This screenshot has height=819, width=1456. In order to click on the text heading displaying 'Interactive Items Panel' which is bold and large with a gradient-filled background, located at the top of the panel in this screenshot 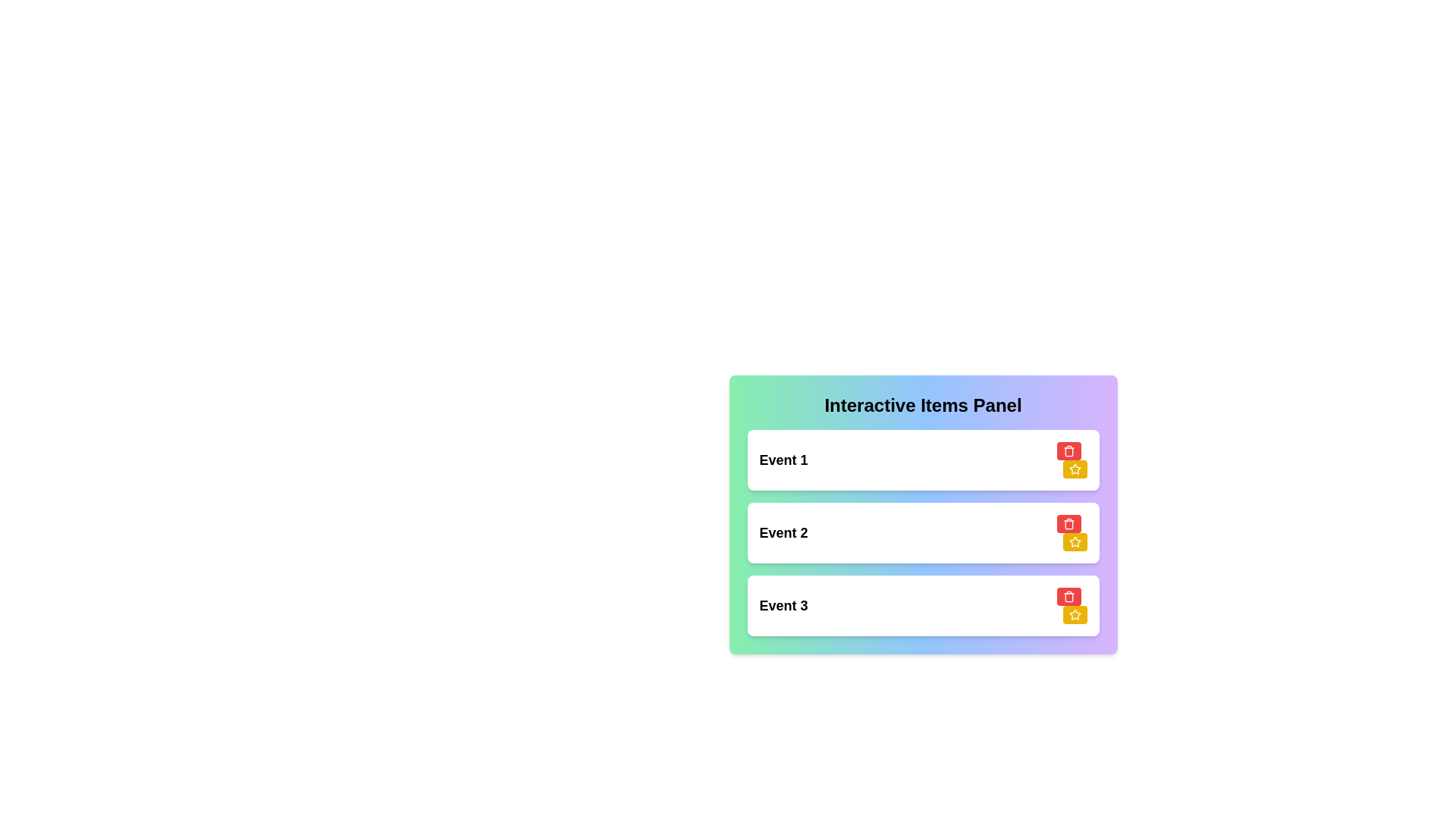, I will do `click(922, 405)`.